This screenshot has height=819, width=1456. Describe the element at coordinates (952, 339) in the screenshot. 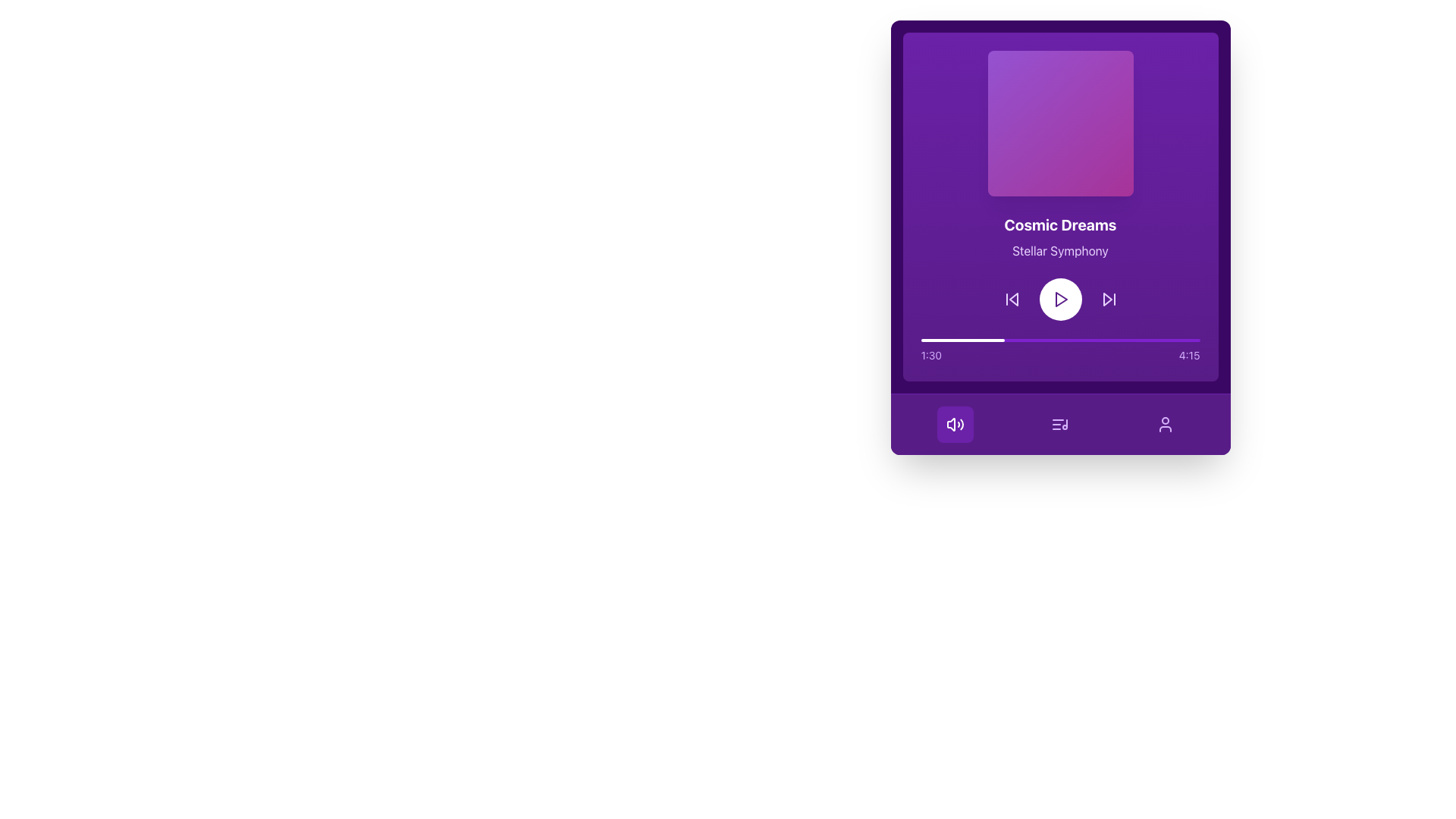

I see `the slider position` at that location.